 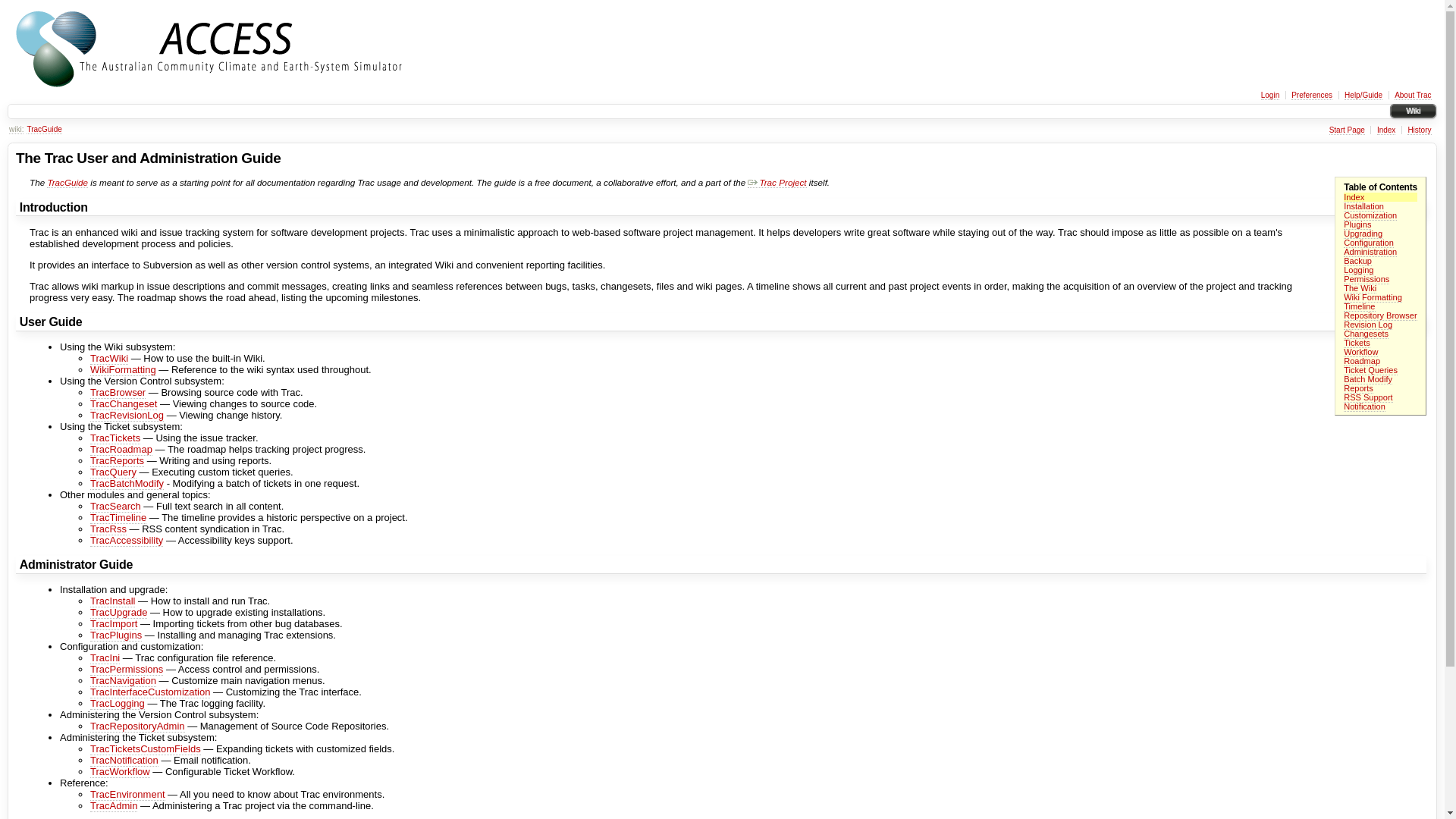 I want to click on 'TracGuide', so click(x=67, y=181).